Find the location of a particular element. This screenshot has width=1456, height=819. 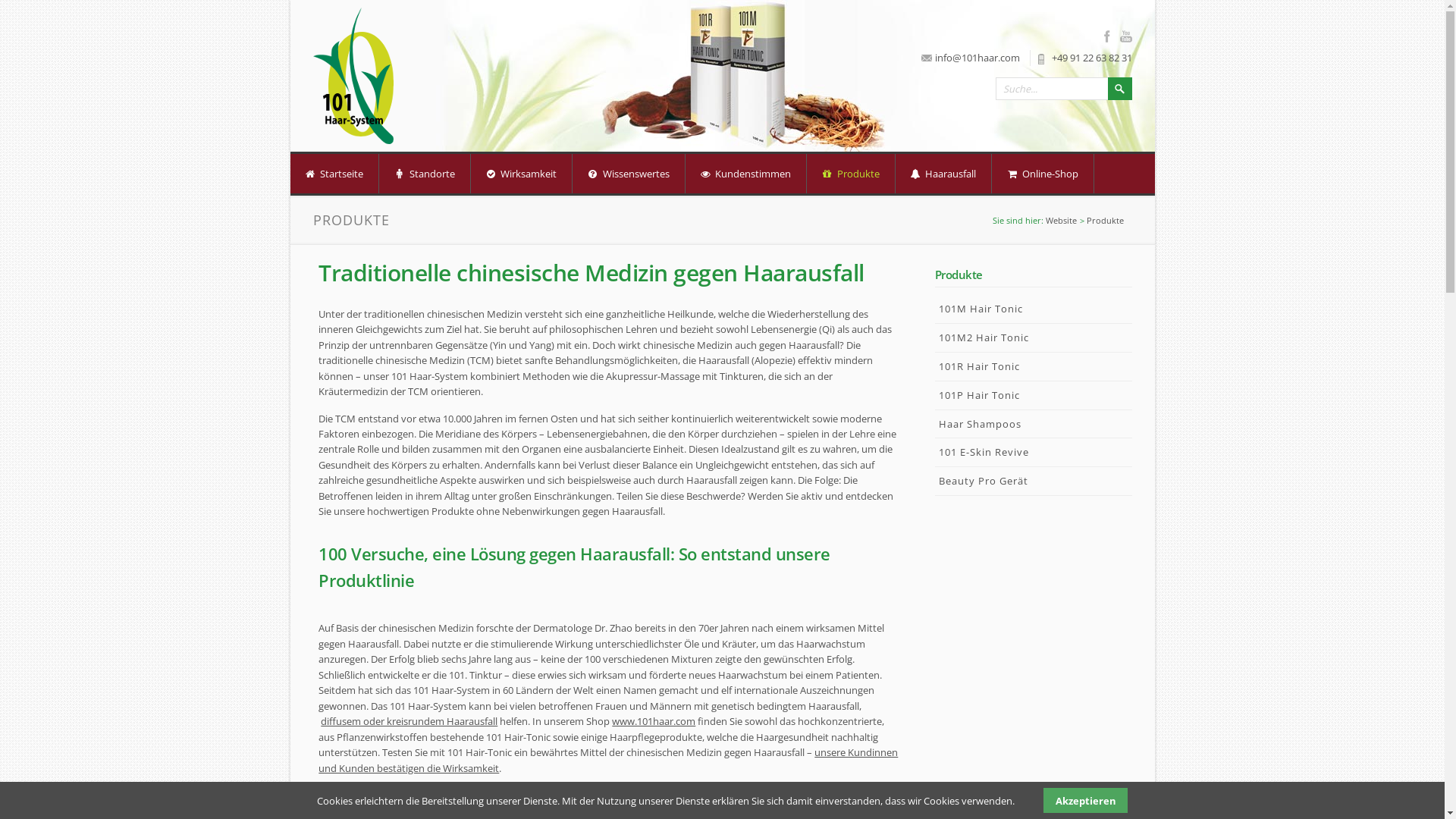

'Haar Shampoos' is located at coordinates (1032, 424).